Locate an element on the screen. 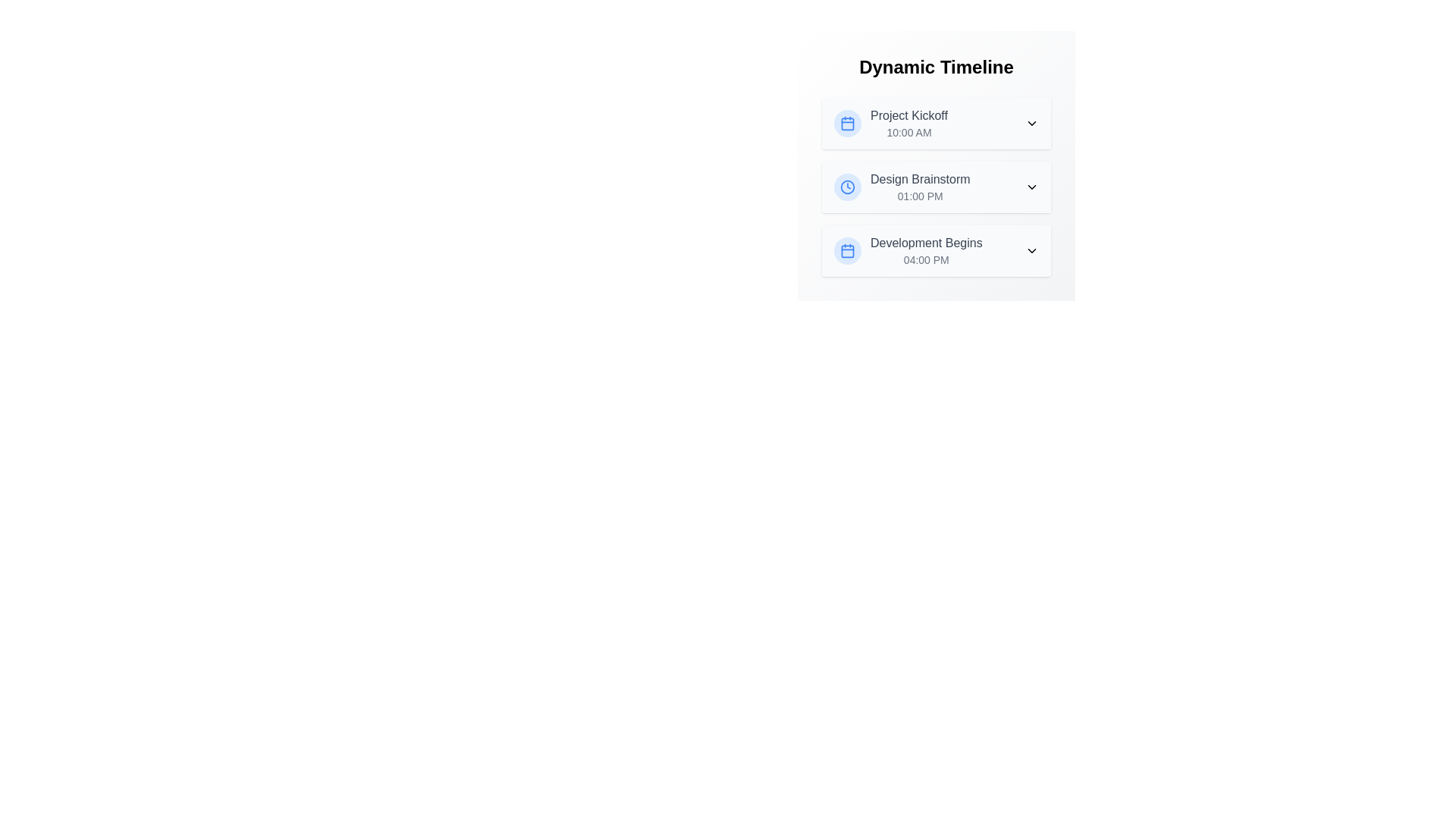 Image resolution: width=1456 pixels, height=819 pixels. the text label displaying 'Design Brainstorm', which has a medium font weight and gray color, positioned above the time indicator '01:00 PM' in the 'Dynamic Timeline' is located at coordinates (919, 178).